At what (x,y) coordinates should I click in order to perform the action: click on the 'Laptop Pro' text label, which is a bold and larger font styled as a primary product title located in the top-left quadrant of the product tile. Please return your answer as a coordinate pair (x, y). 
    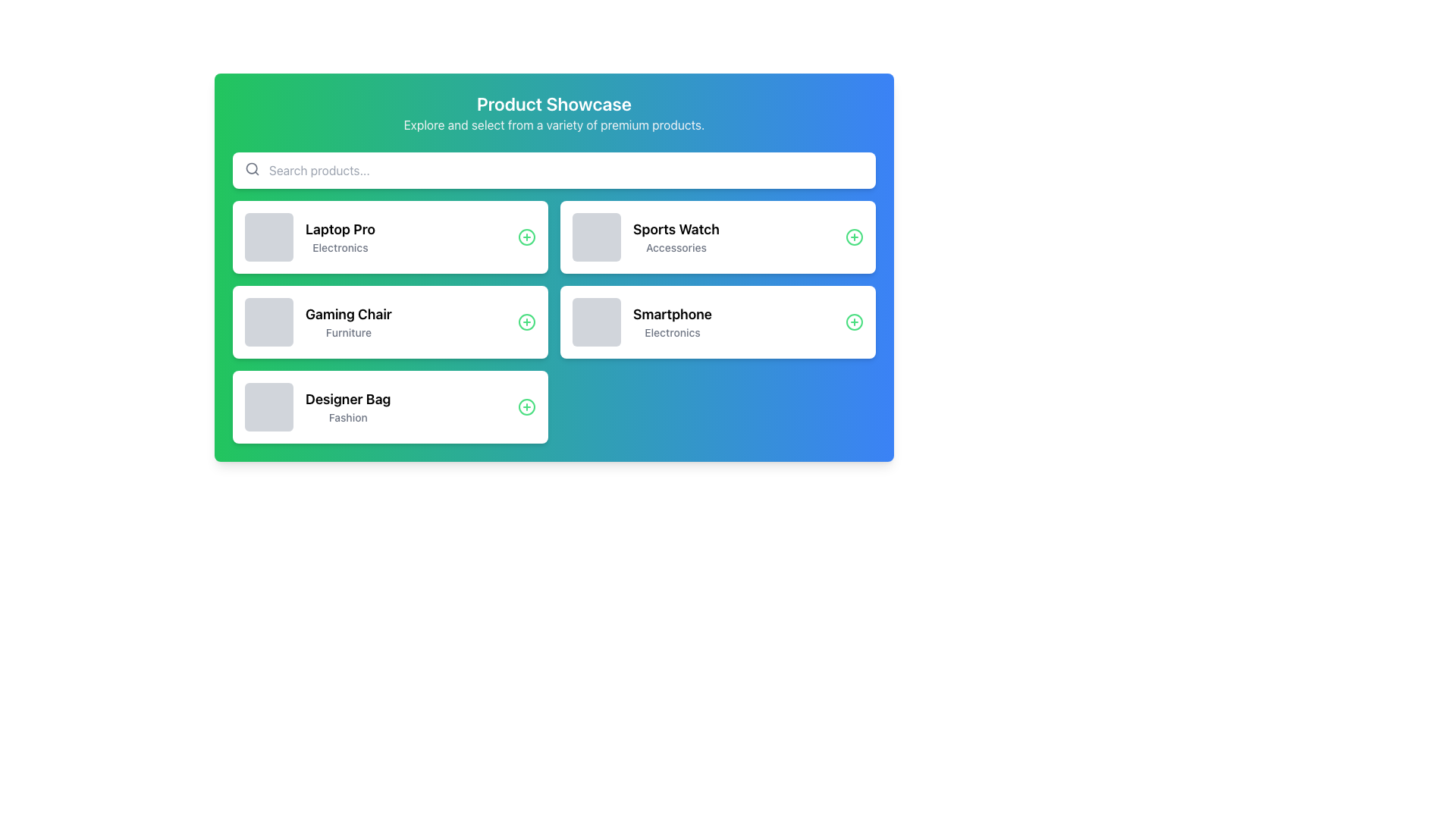
    Looking at the image, I should click on (339, 230).